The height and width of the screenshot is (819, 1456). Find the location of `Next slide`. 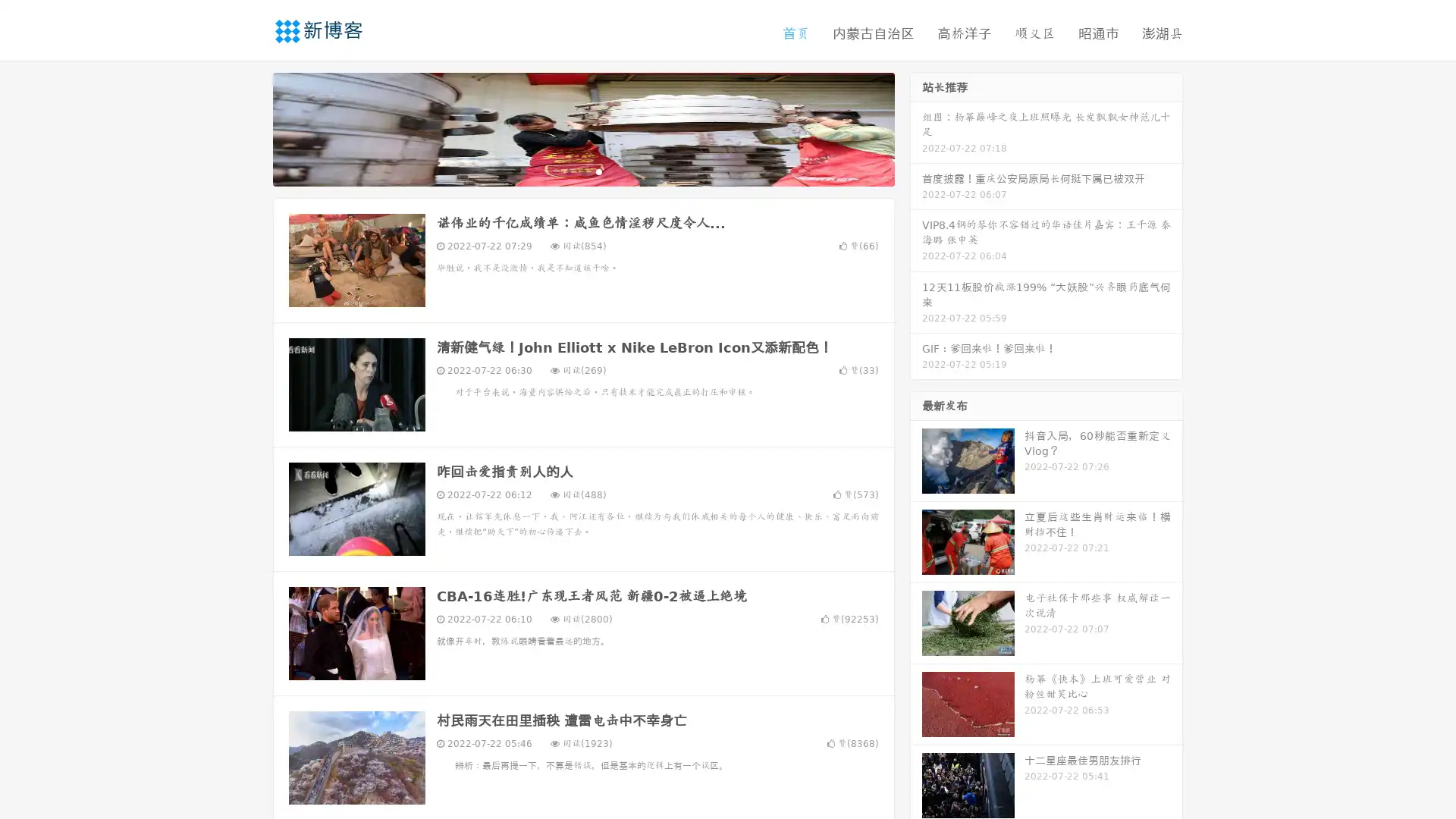

Next slide is located at coordinates (916, 127).